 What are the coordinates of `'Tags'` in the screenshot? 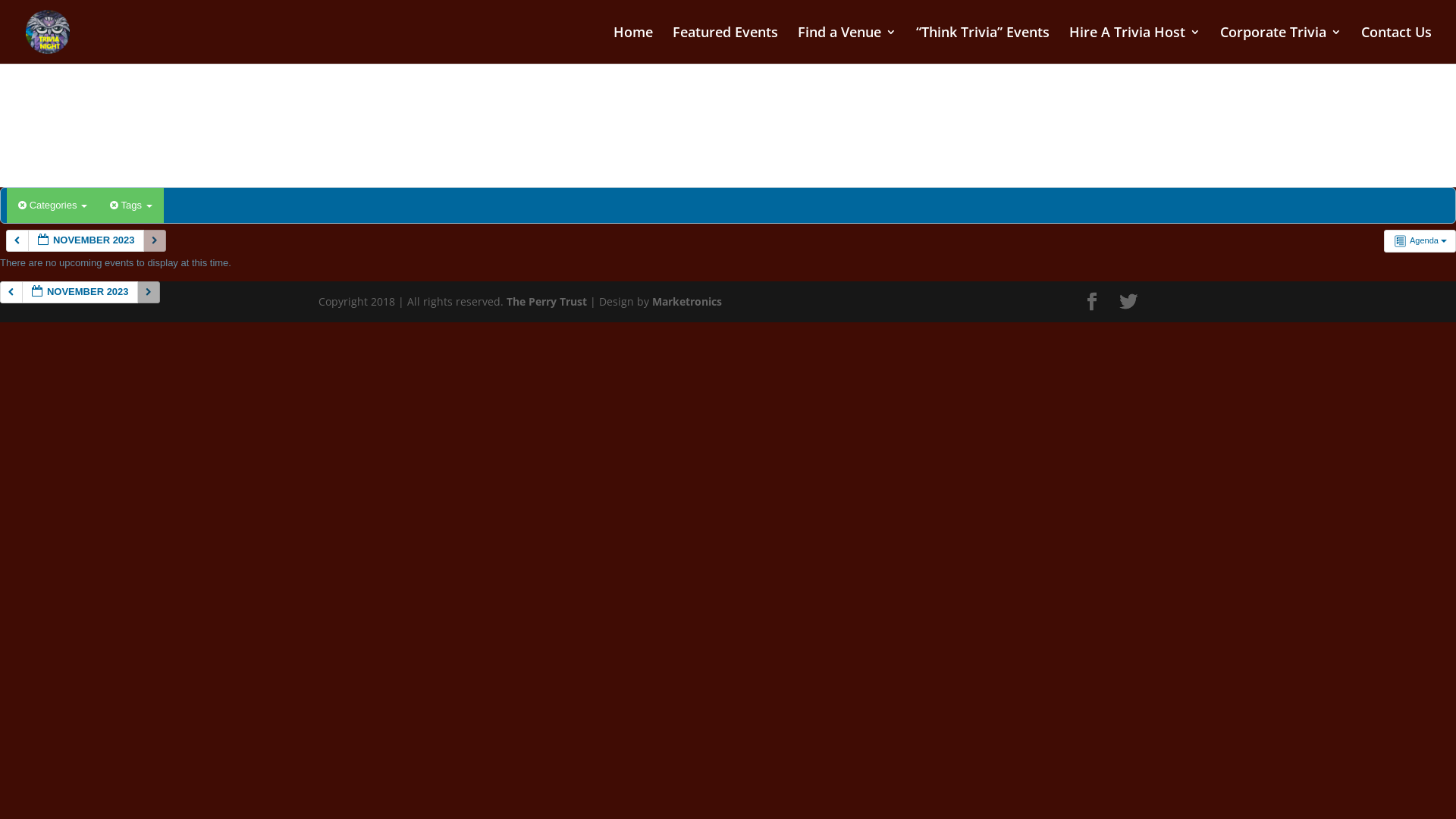 It's located at (130, 205).